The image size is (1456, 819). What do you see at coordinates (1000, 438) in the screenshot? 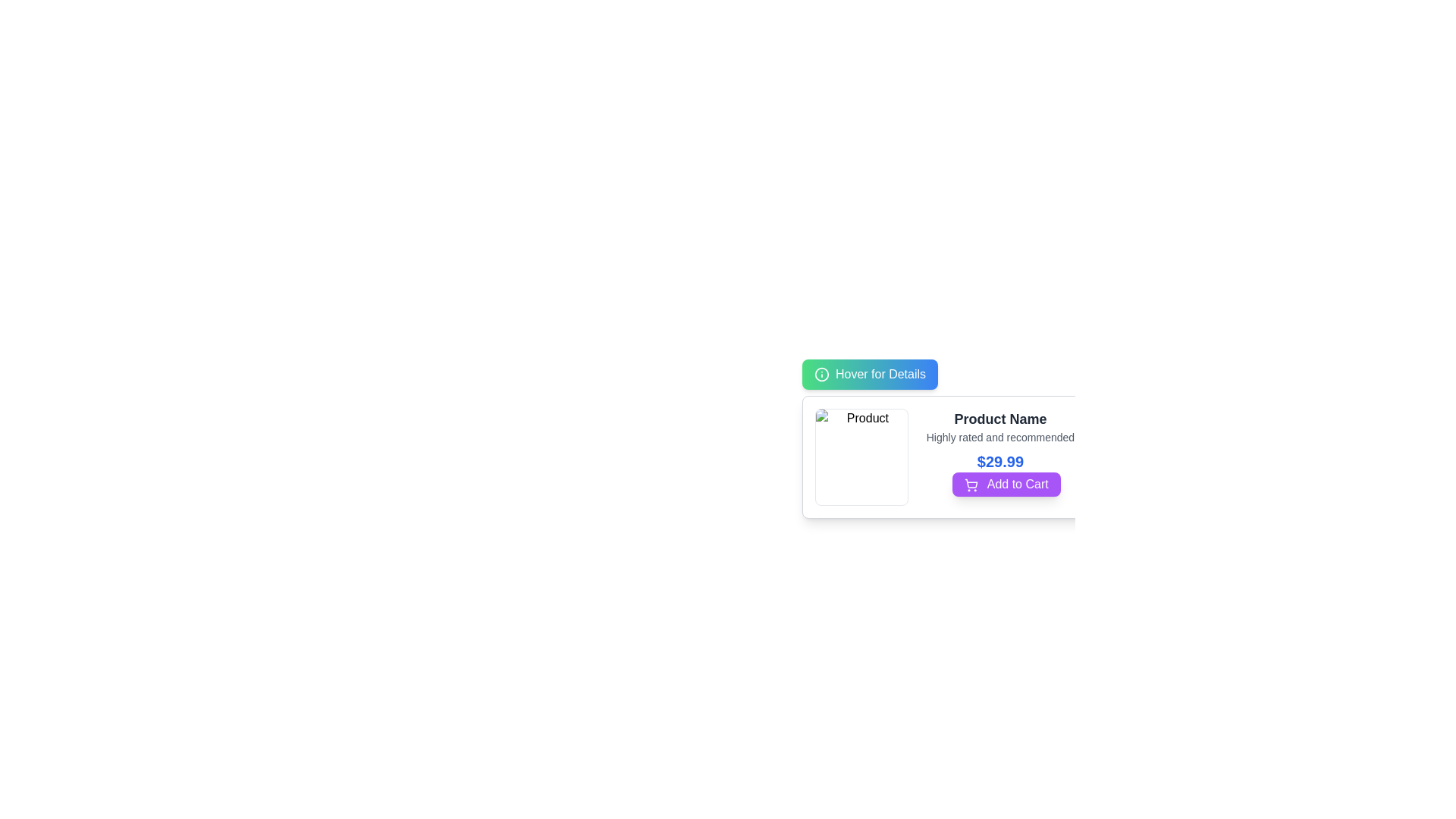
I see `the text label located underneath the 'Product Name' and above the price '$29.99', which provides additional descriptive information about the product's quality and recommendation level` at bounding box center [1000, 438].